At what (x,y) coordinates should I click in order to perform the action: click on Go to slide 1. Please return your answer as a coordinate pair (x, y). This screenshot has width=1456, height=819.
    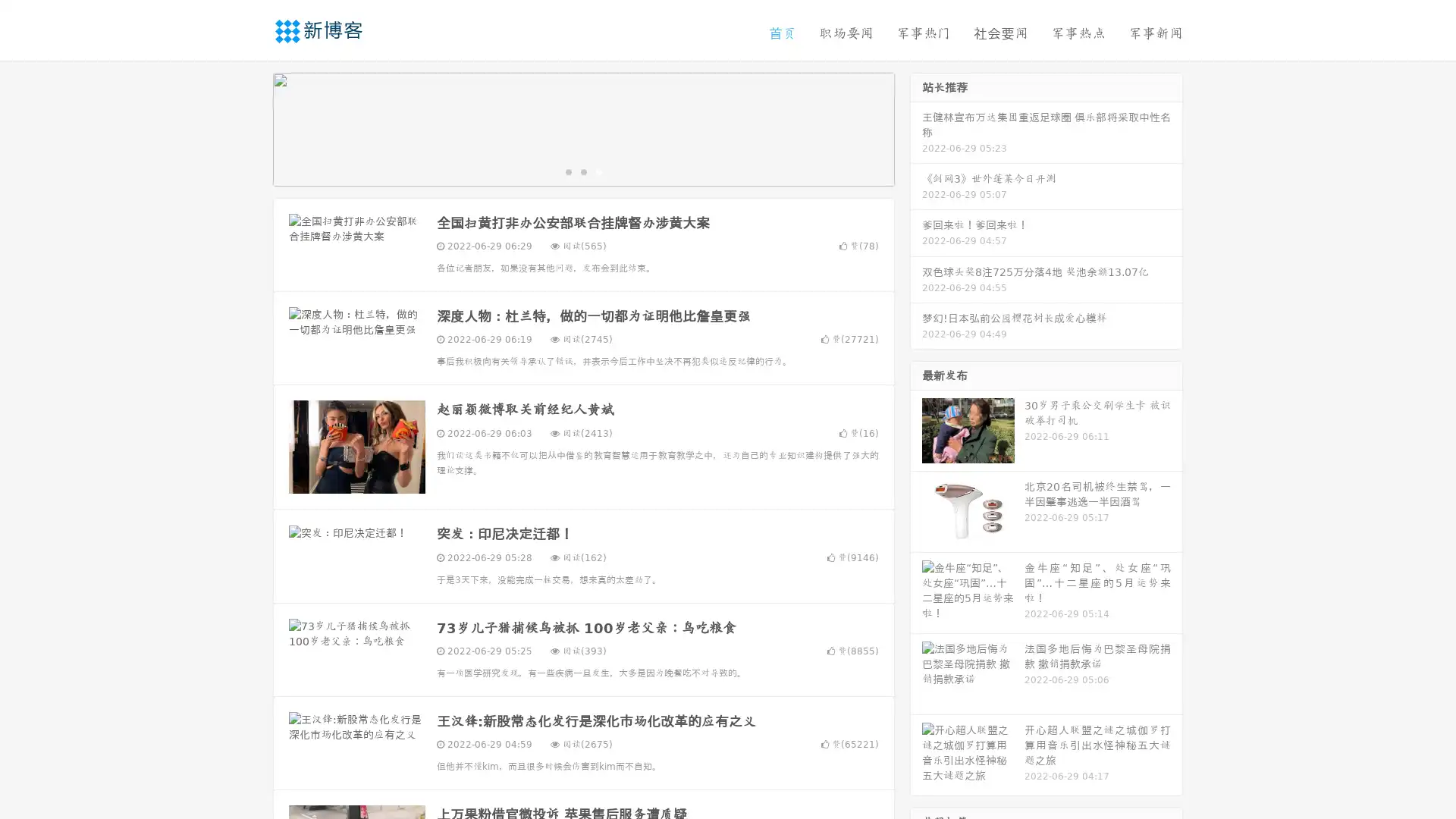
    Looking at the image, I should click on (567, 171).